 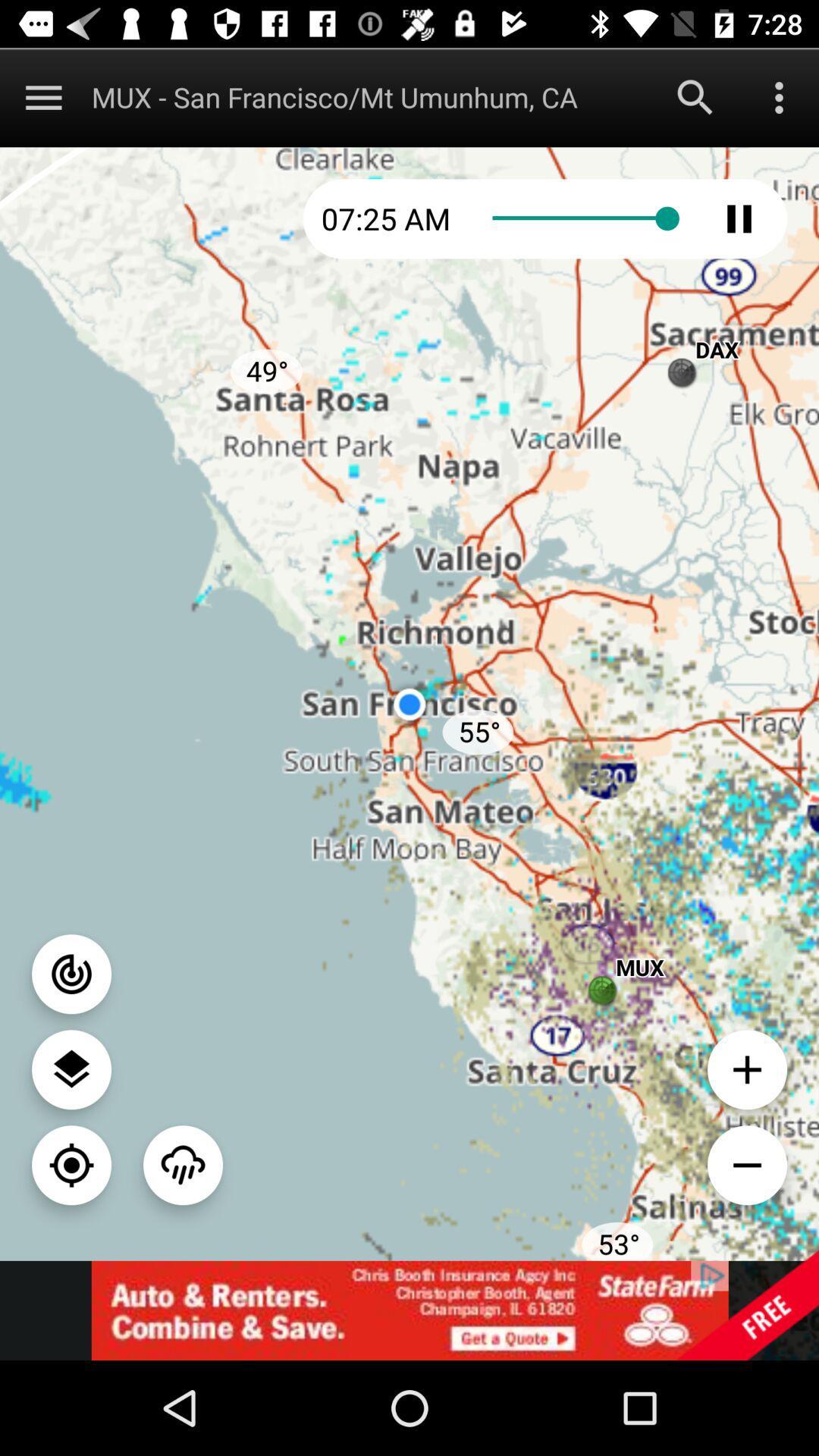 What do you see at coordinates (779, 96) in the screenshot?
I see `opens a list of options` at bounding box center [779, 96].